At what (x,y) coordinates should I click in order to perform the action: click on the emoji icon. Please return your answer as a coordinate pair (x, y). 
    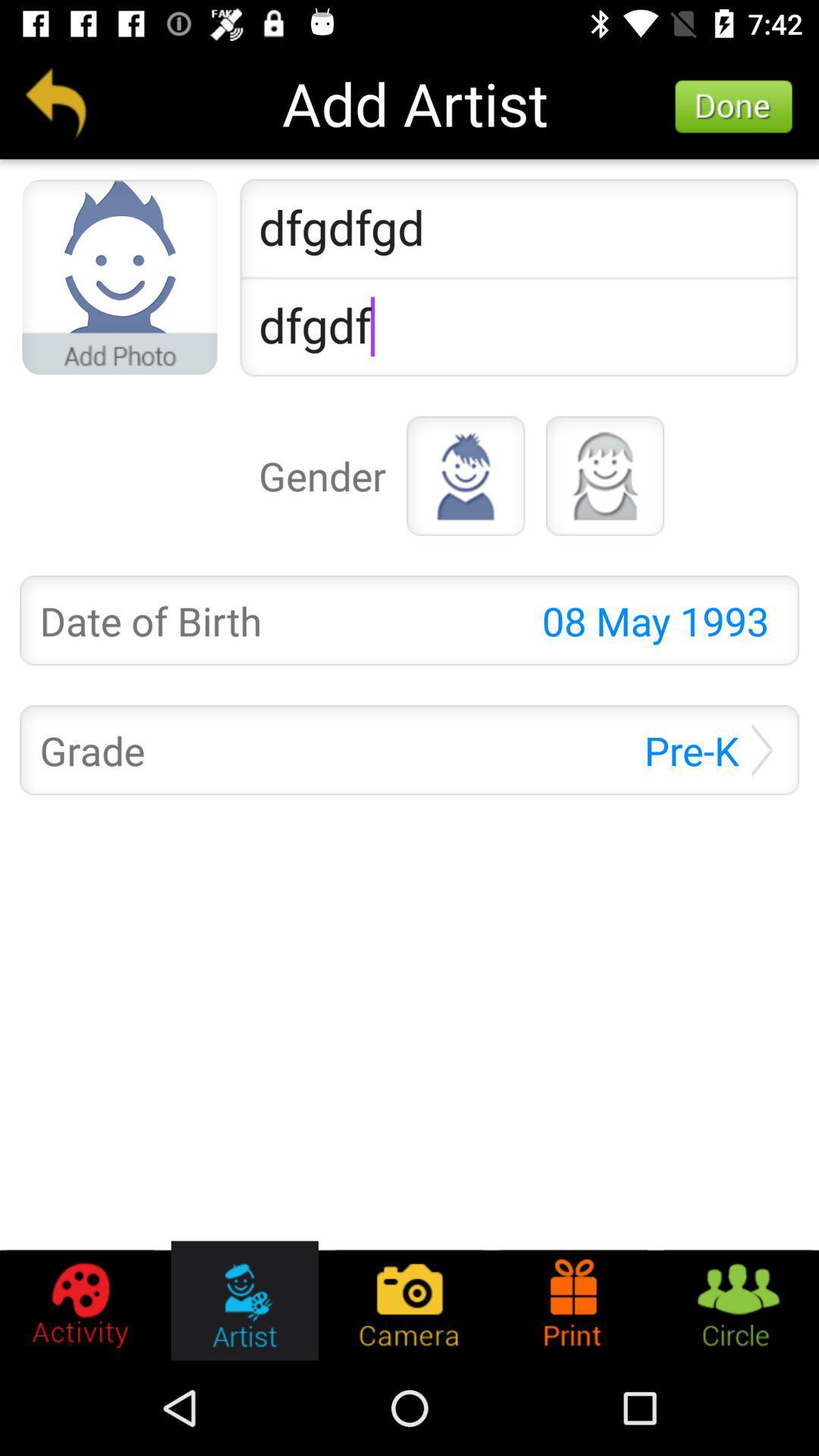
    Looking at the image, I should click on (604, 475).